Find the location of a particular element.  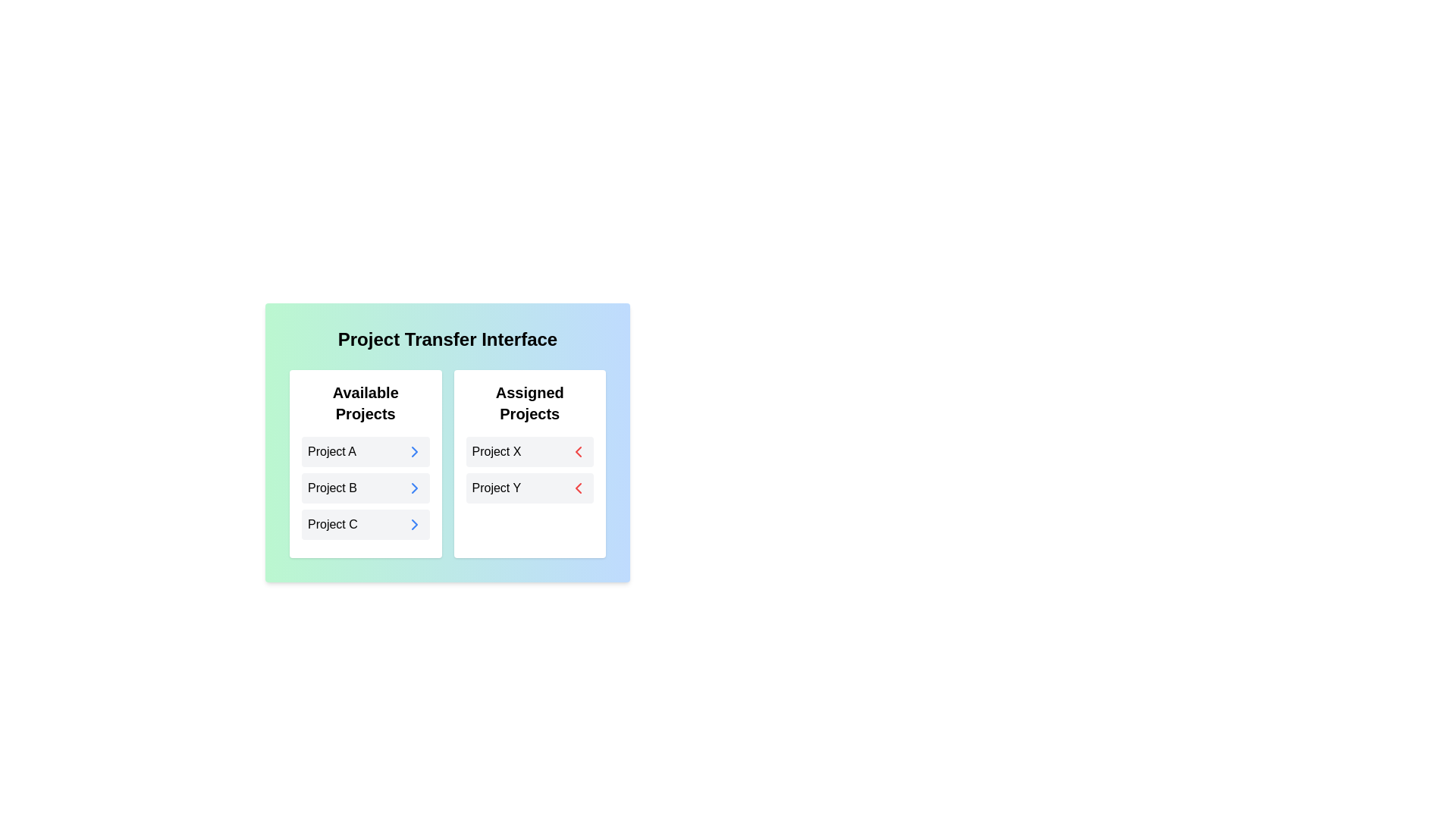

the chevron icon located to the right of the 'Project C' label in the 'Available Projects' section, which is the third item in a vertical list is located at coordinates (414, 523).